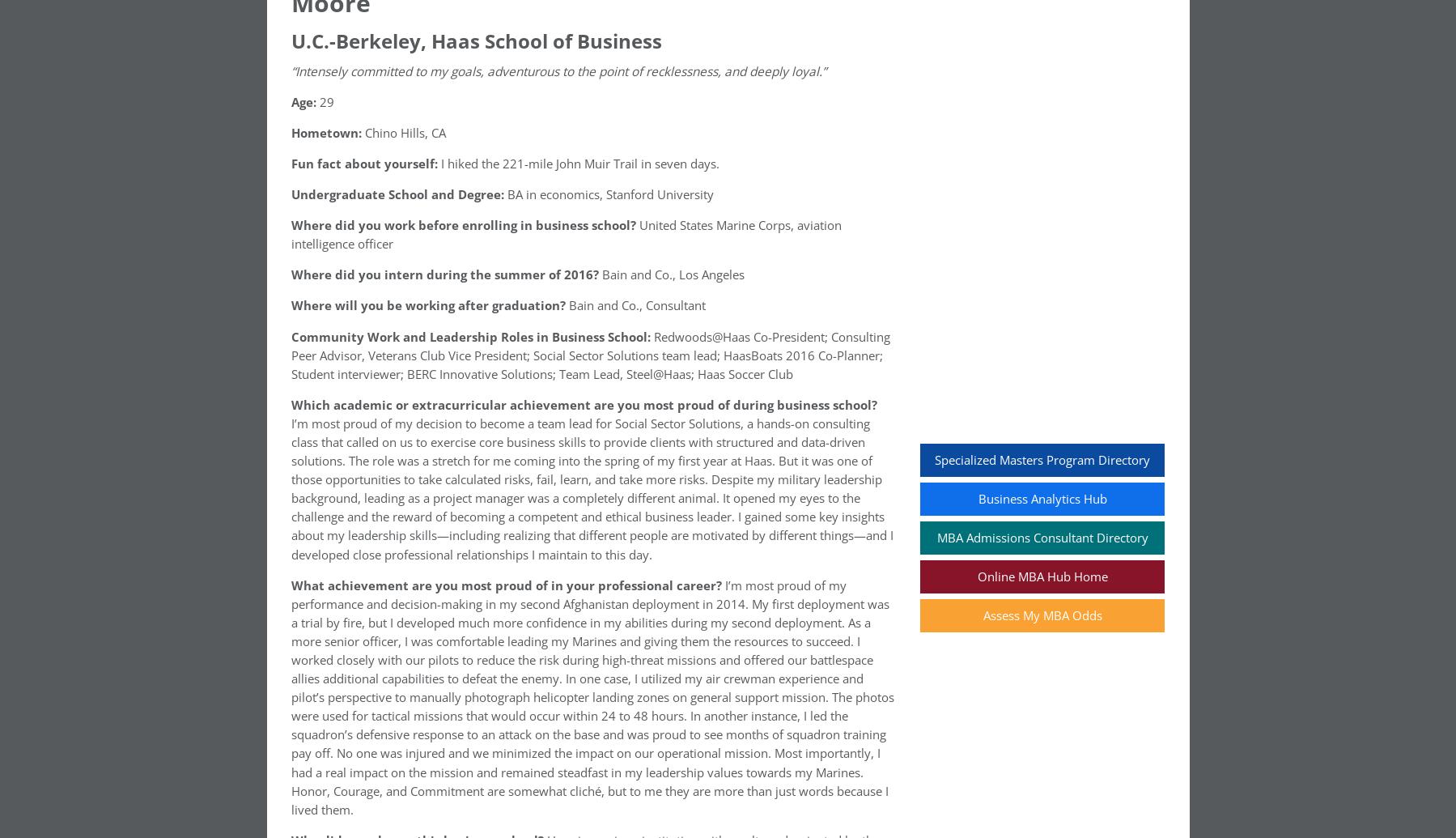  What do you see at coordinates (324, 165) in the screenshot?
I see `'Nora Silver'` at bounding box center [324, 165].